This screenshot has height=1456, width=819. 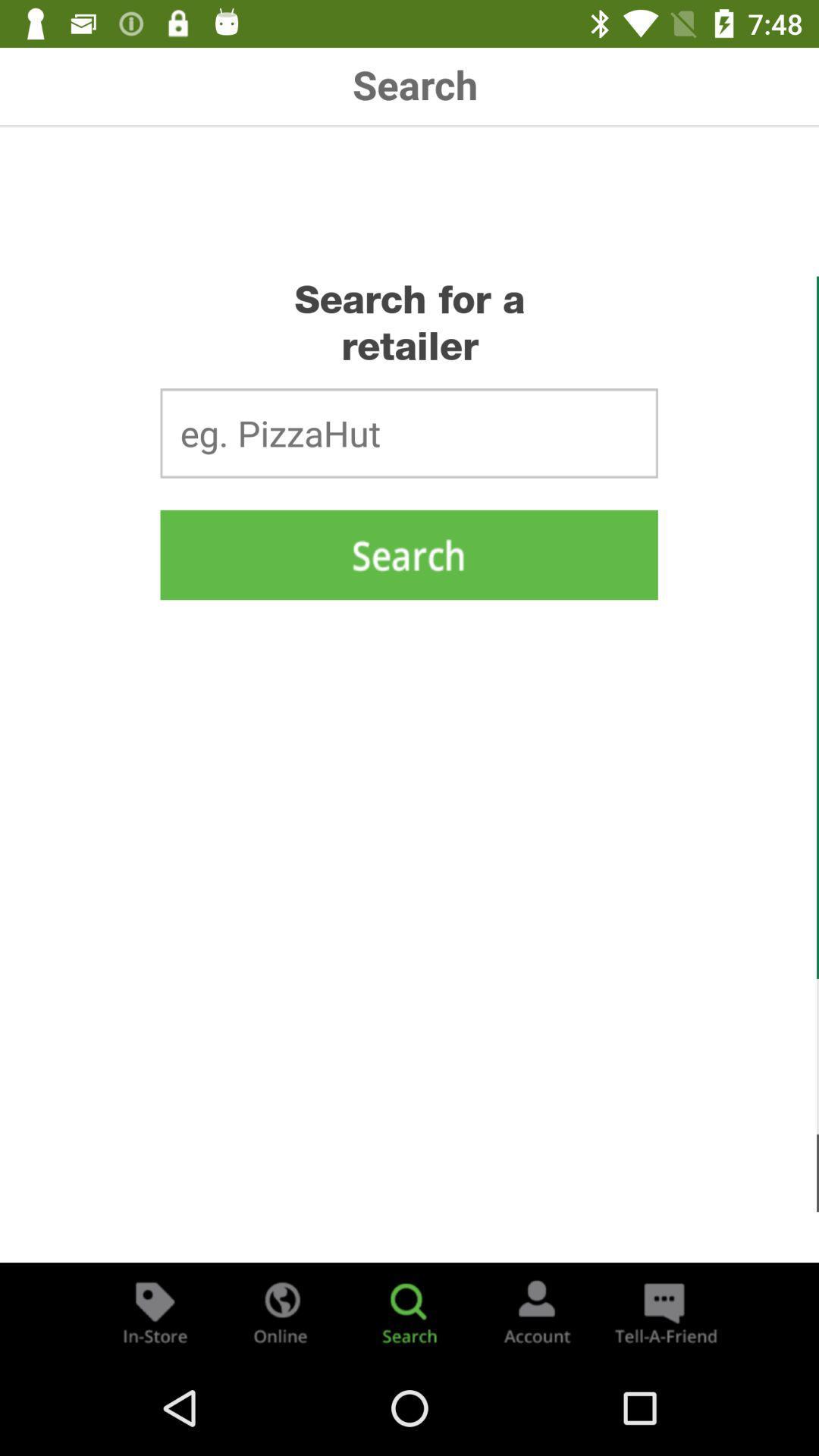 I want to click on type in a name of a retailer to search, so click(x=408, y=432).